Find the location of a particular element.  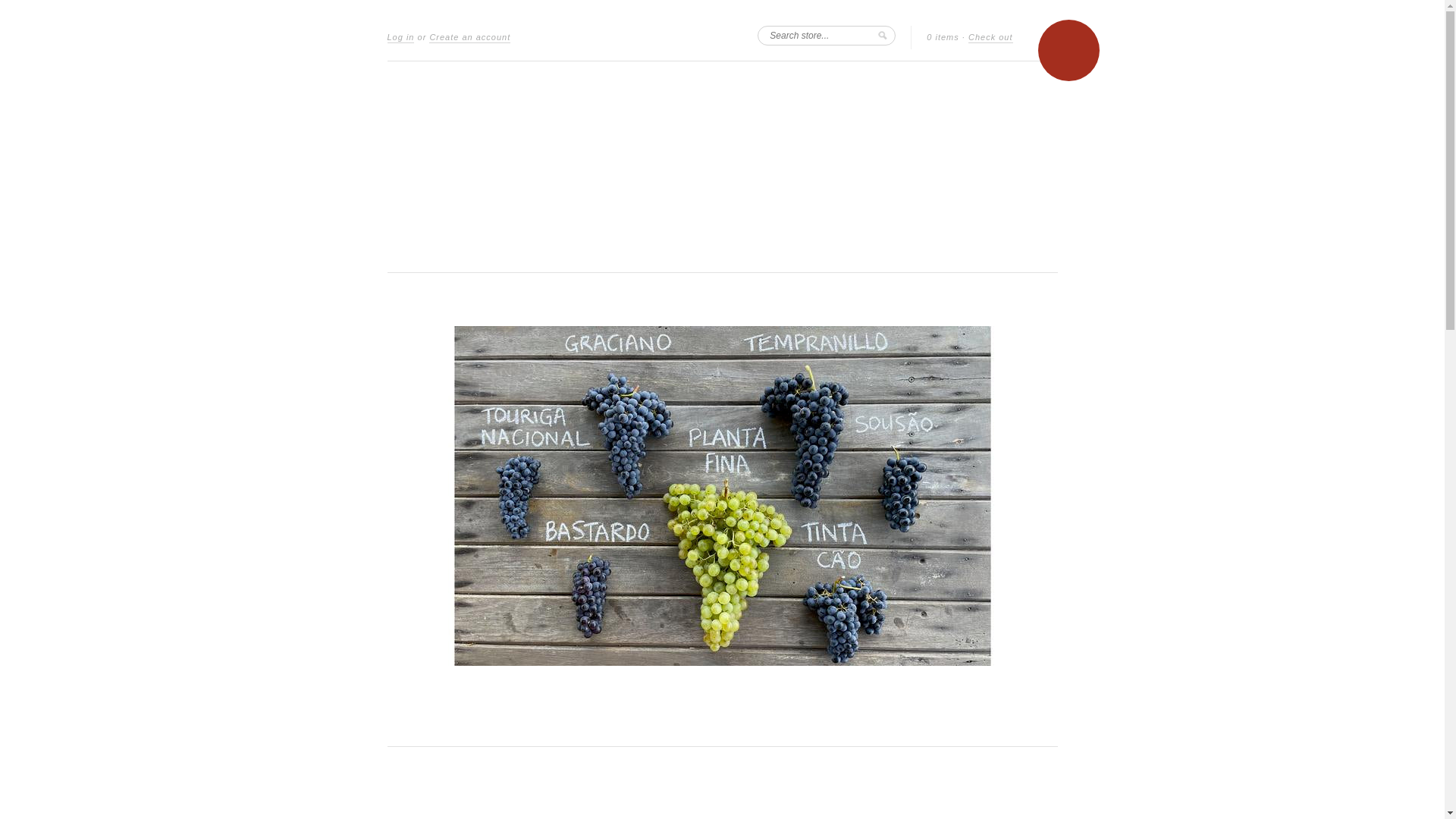

'Create an account' is located at coordinates (469, 37).